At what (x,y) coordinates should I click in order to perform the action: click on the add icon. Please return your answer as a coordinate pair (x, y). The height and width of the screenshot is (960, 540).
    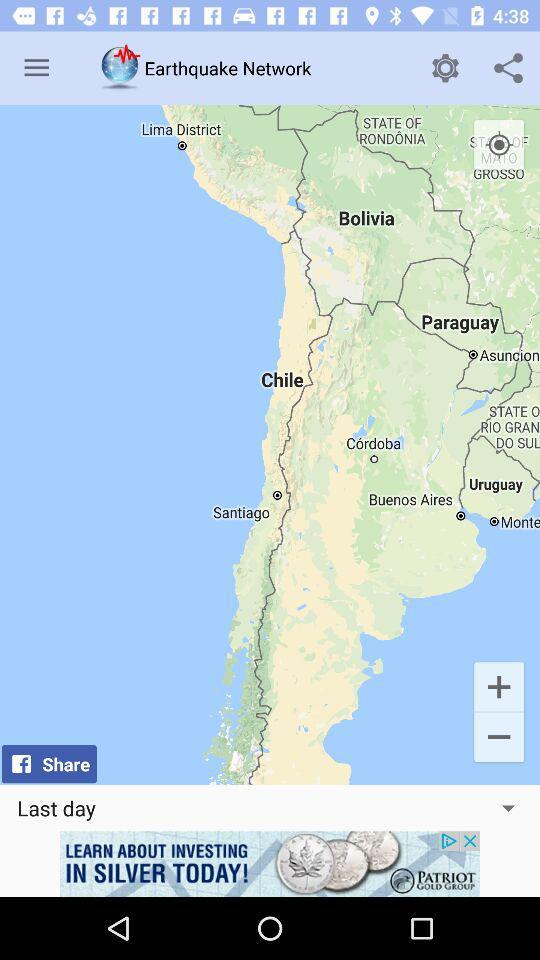
    Looking at the image, I should click on (498, 686).